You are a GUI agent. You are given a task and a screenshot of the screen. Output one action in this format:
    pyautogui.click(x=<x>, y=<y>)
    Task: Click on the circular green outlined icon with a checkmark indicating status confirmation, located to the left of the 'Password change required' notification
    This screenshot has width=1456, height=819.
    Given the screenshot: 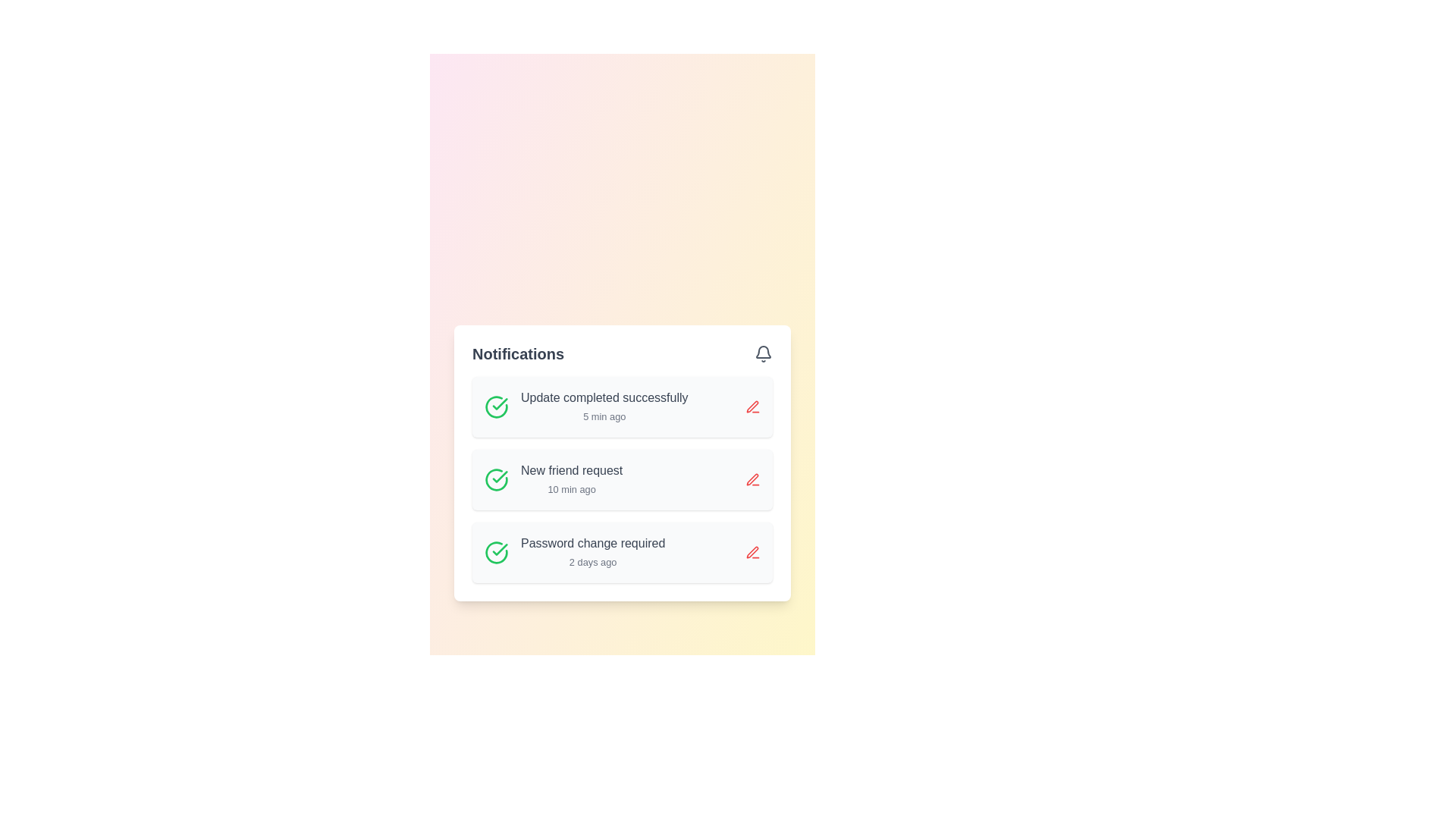 What is the action you would take?
    pyautogui.click(x=496, y=553)
    